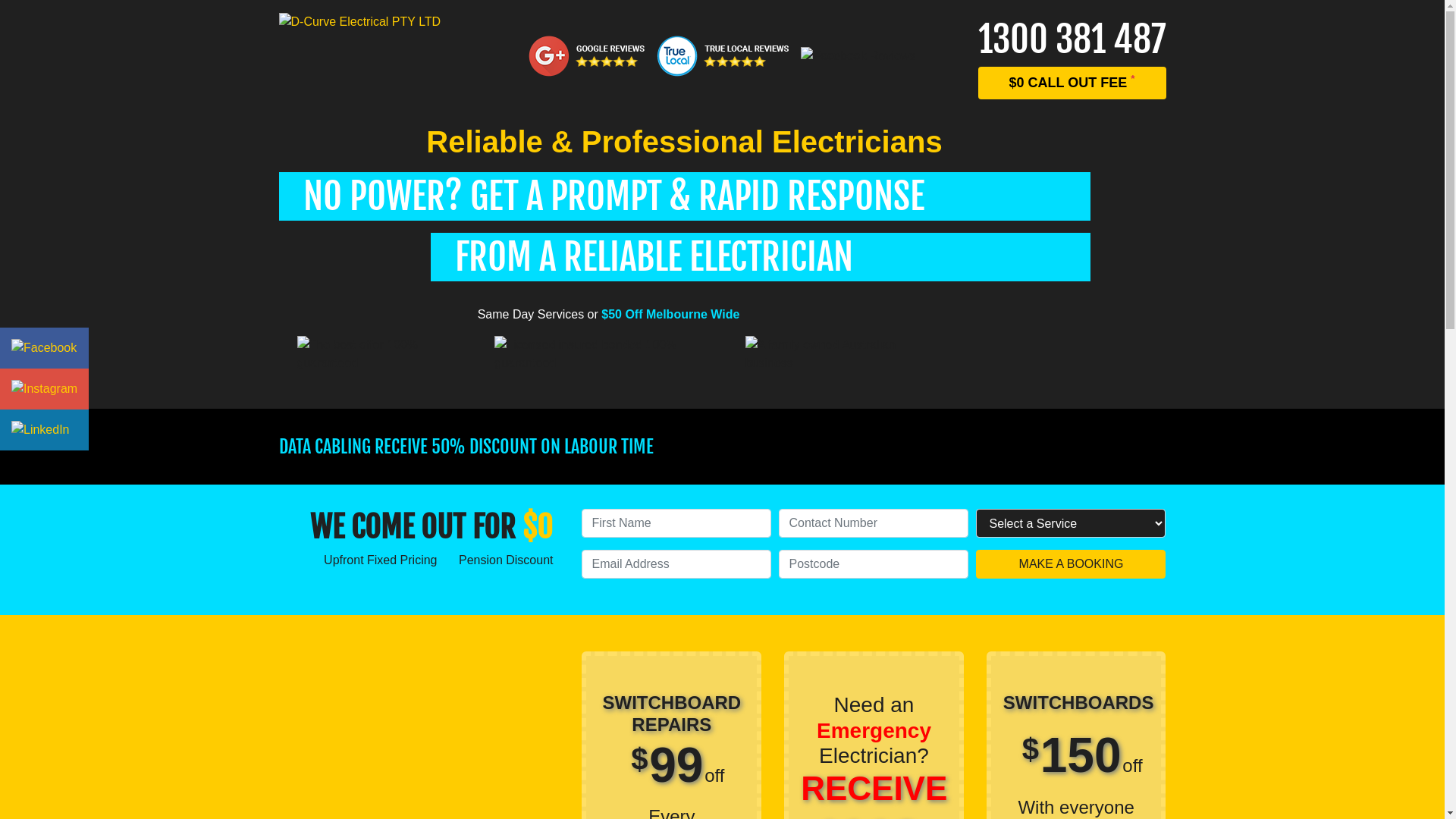 This screenshot has height=819, width=1456. Describe the element at coordinates (1072, 55) in the screenshot. I see `'1300 381 487` at that location.